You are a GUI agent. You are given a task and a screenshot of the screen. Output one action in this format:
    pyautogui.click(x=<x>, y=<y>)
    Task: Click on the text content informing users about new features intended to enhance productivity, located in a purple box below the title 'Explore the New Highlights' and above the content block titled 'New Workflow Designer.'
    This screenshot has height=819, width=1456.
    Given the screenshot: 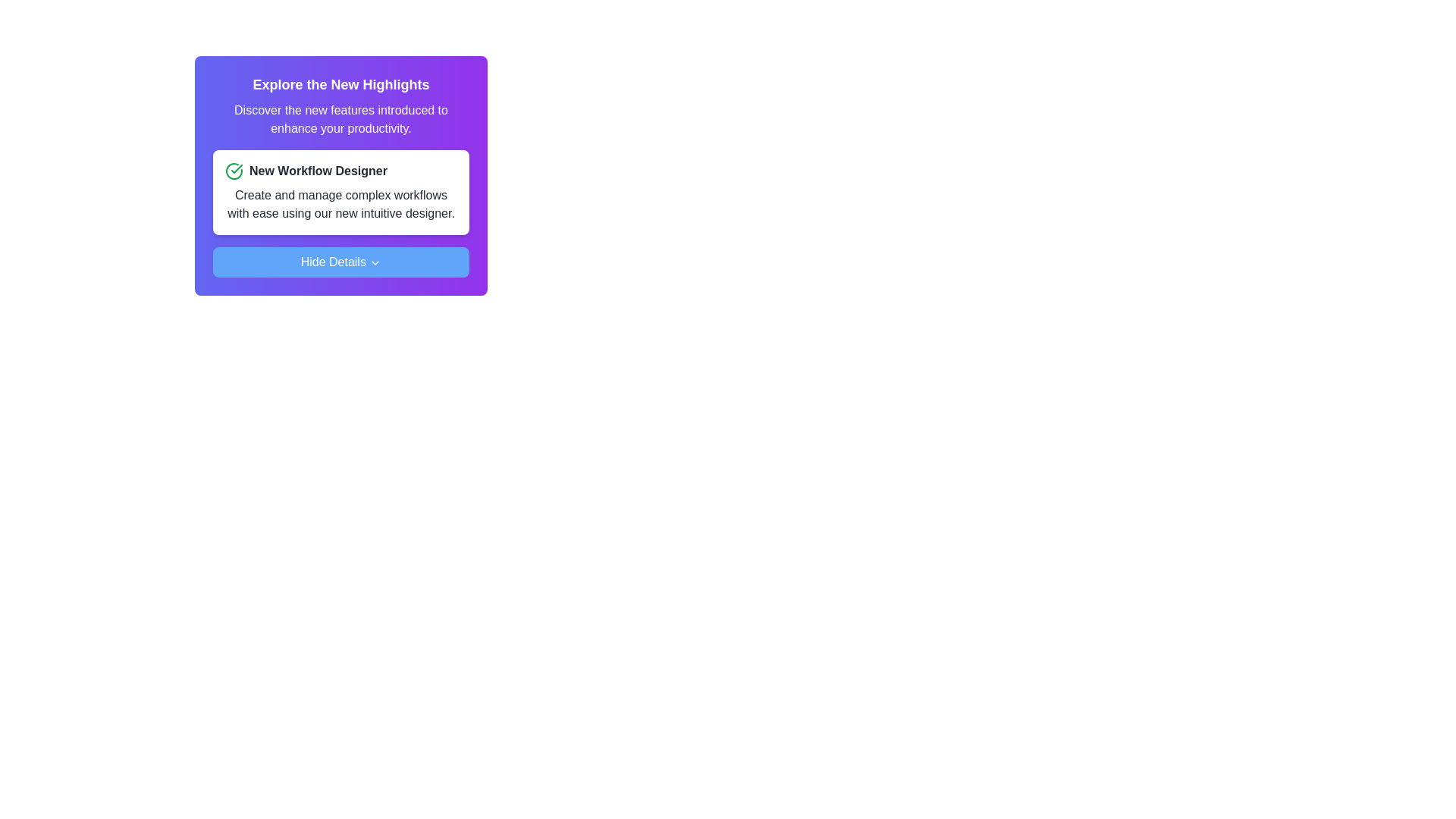 What is the action you would take?
    pyautogui.click(x=340, y=119)
    